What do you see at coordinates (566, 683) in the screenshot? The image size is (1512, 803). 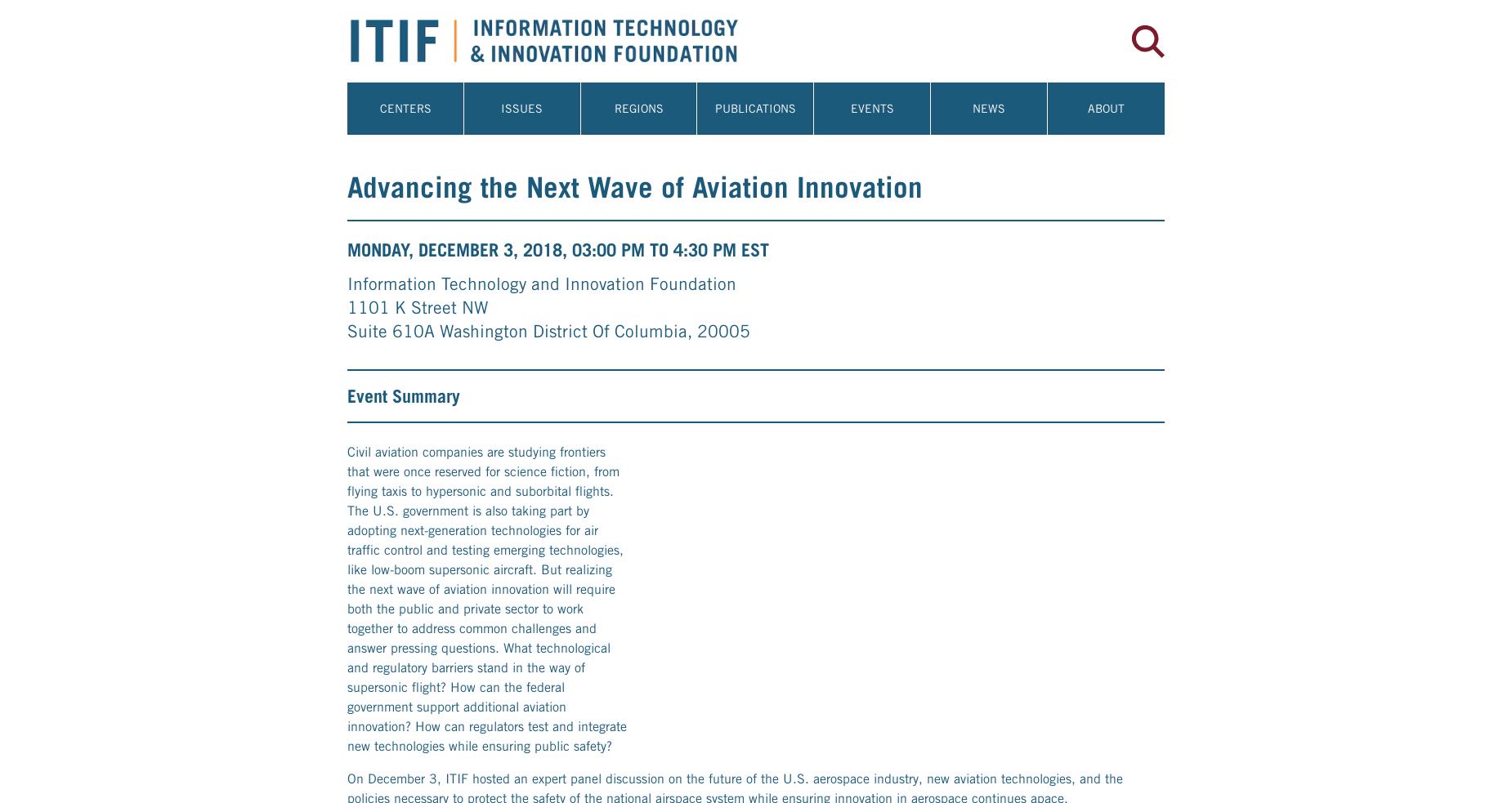 I see `'@AlanMcQuinn'` at bounding box center [566, 683].